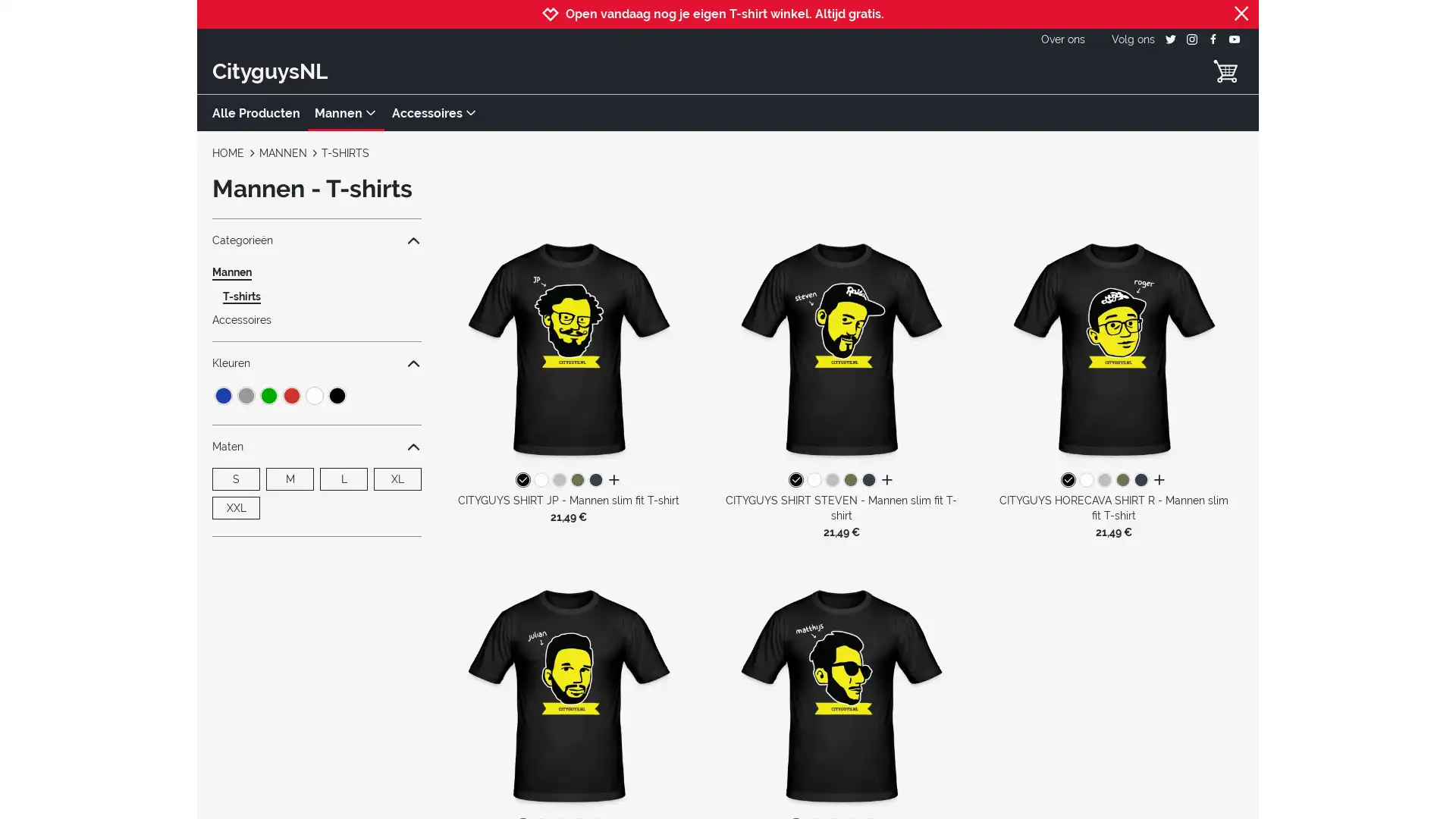  Describe the element at coordinates (1086, 480) in the screenshot. I see `wit` at that location.